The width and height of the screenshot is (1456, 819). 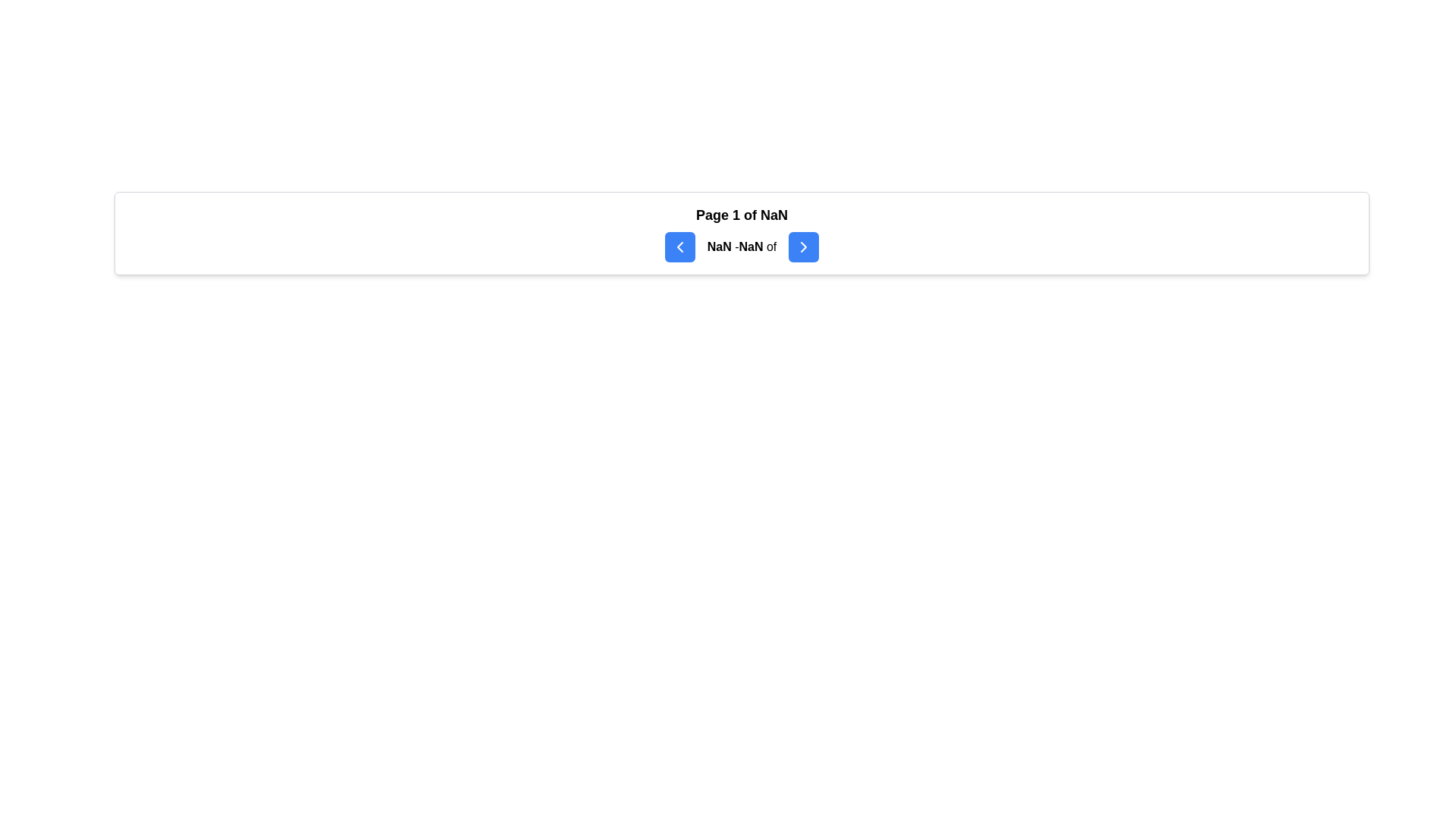 I want to click on the rightmost button in the navigation control group, which has a blue background, rounded corners, and a white arrow icon pointing to the right, so click(x=803, y=246).